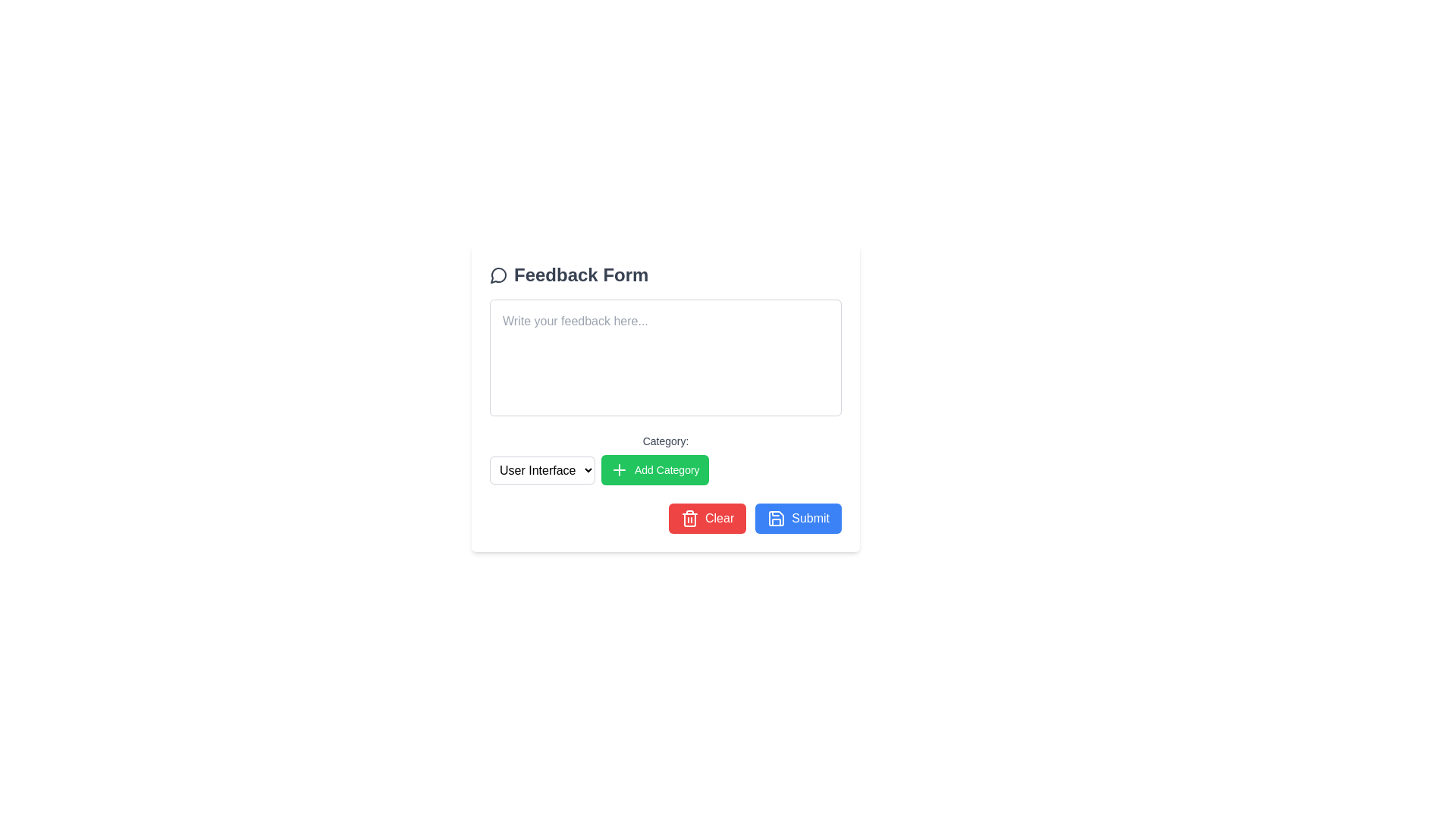  What do you see at coordinates (498, 275) in the screenshot?
I see `the Decorative icon representing a speech bubble, which is located directly to the left of the 'Feedback Form' text in the heading section` at bounding box center [498, 275].